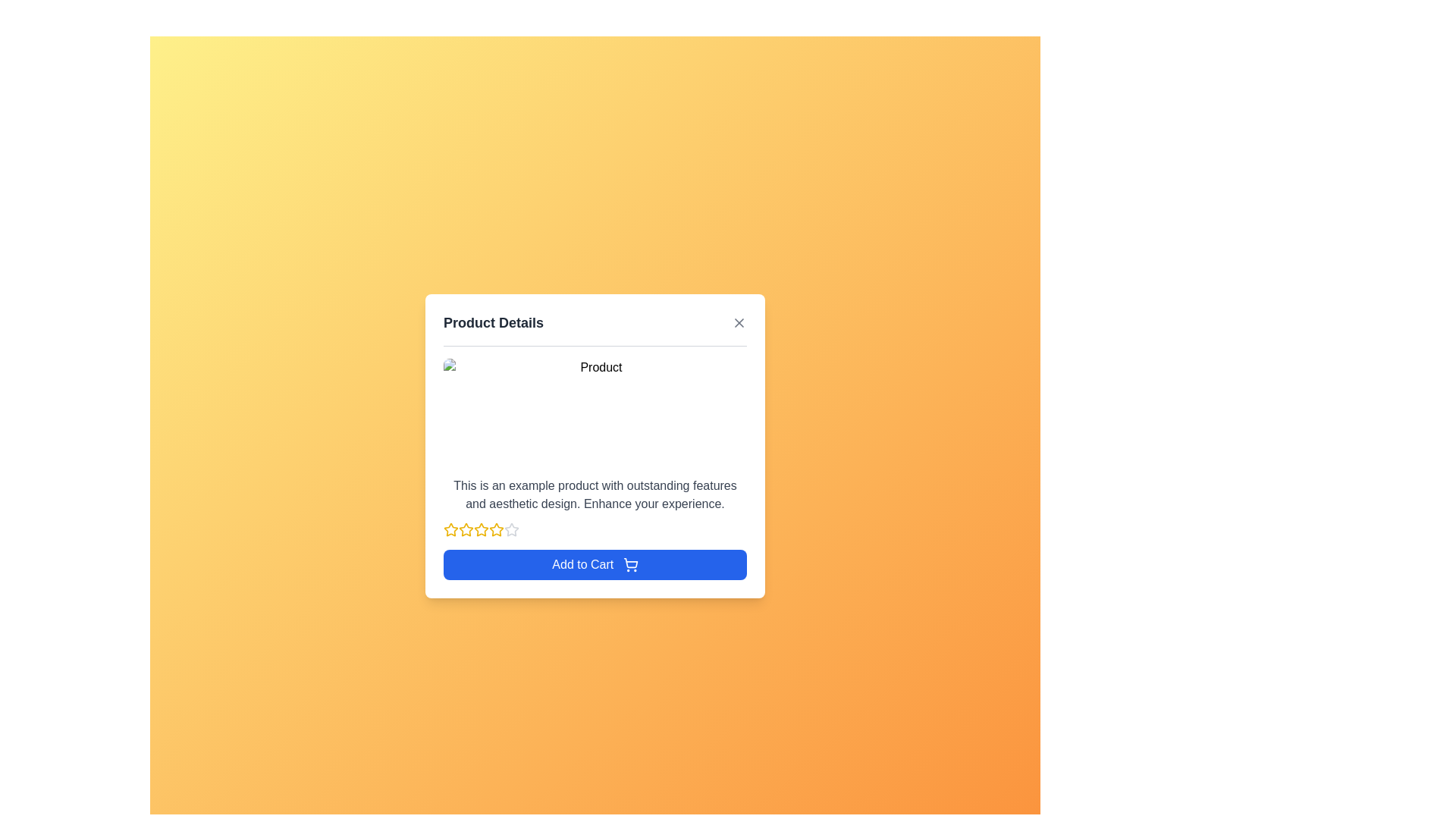  Describe the element at coordinates (496, 529) in the screenshot. I see `the third star` at that location.